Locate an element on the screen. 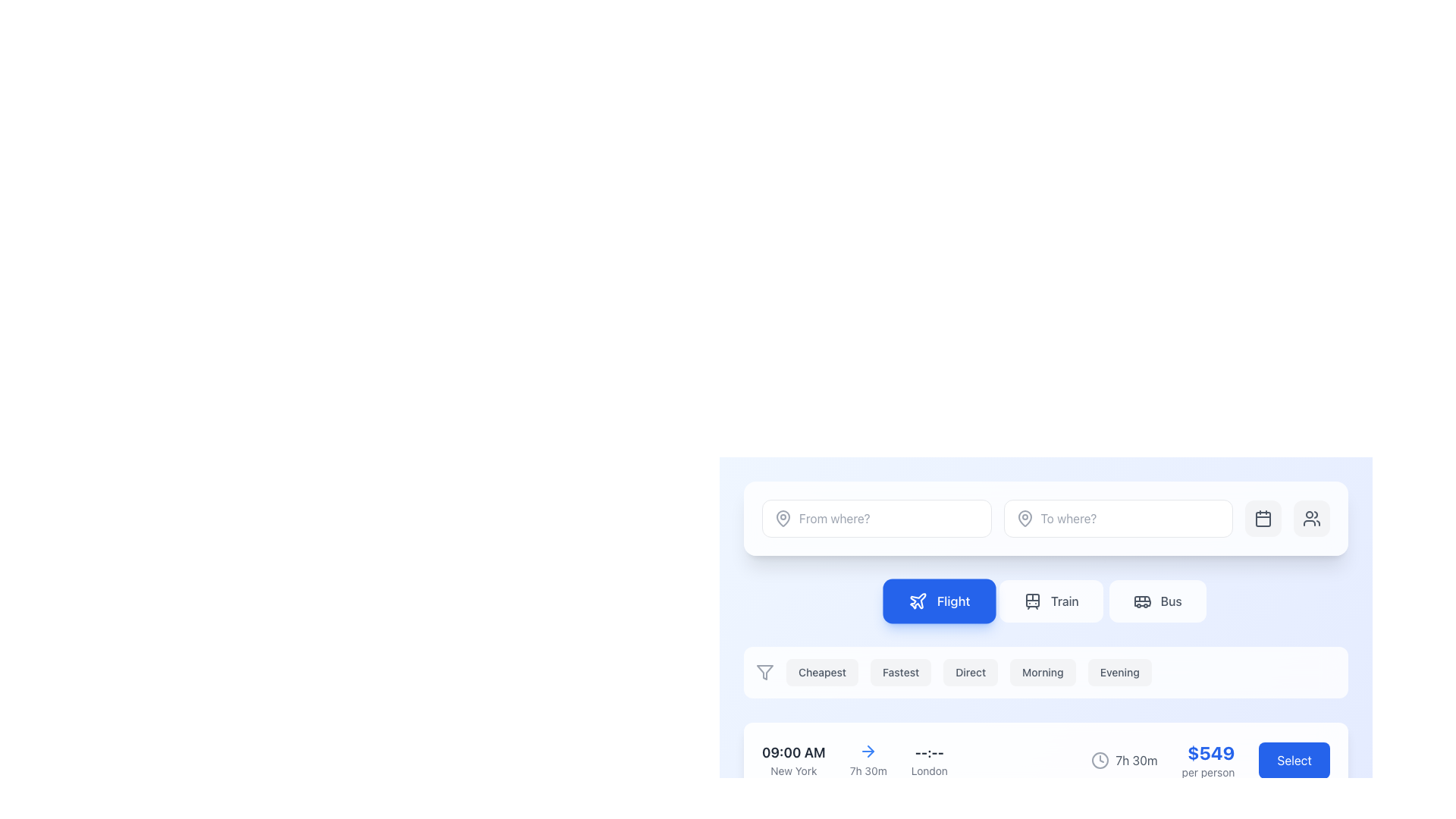 The width and height of the screenshot is (1456, 819). the airplane icon located on the left side of the blue rectangular button labeled 'Flight', which is part of a horizontal set of travel mode options near the top center of the interface is located at coordinates (918, 601).